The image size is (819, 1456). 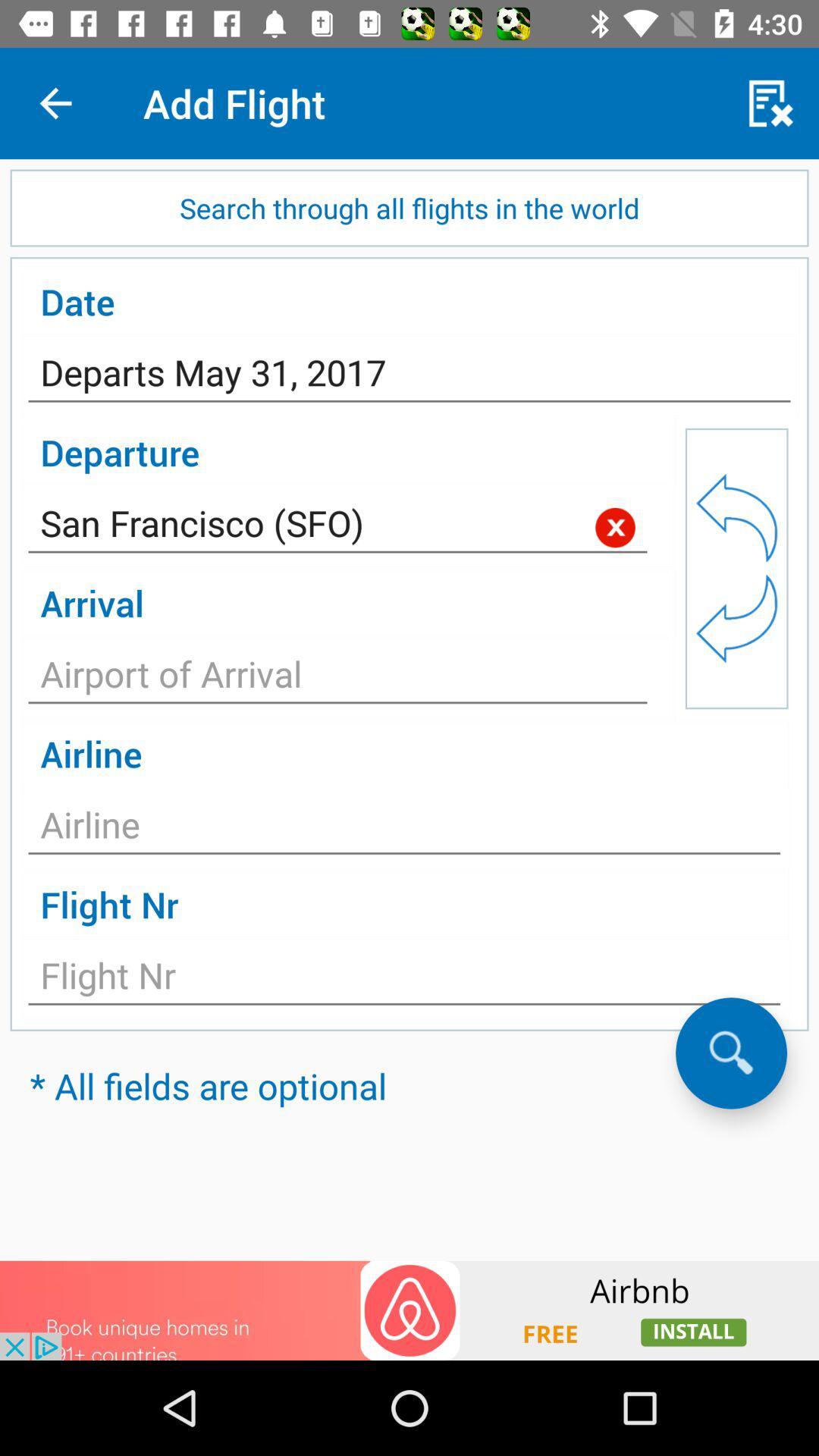 I want to click on arrival option, so click(x=337, y=677).